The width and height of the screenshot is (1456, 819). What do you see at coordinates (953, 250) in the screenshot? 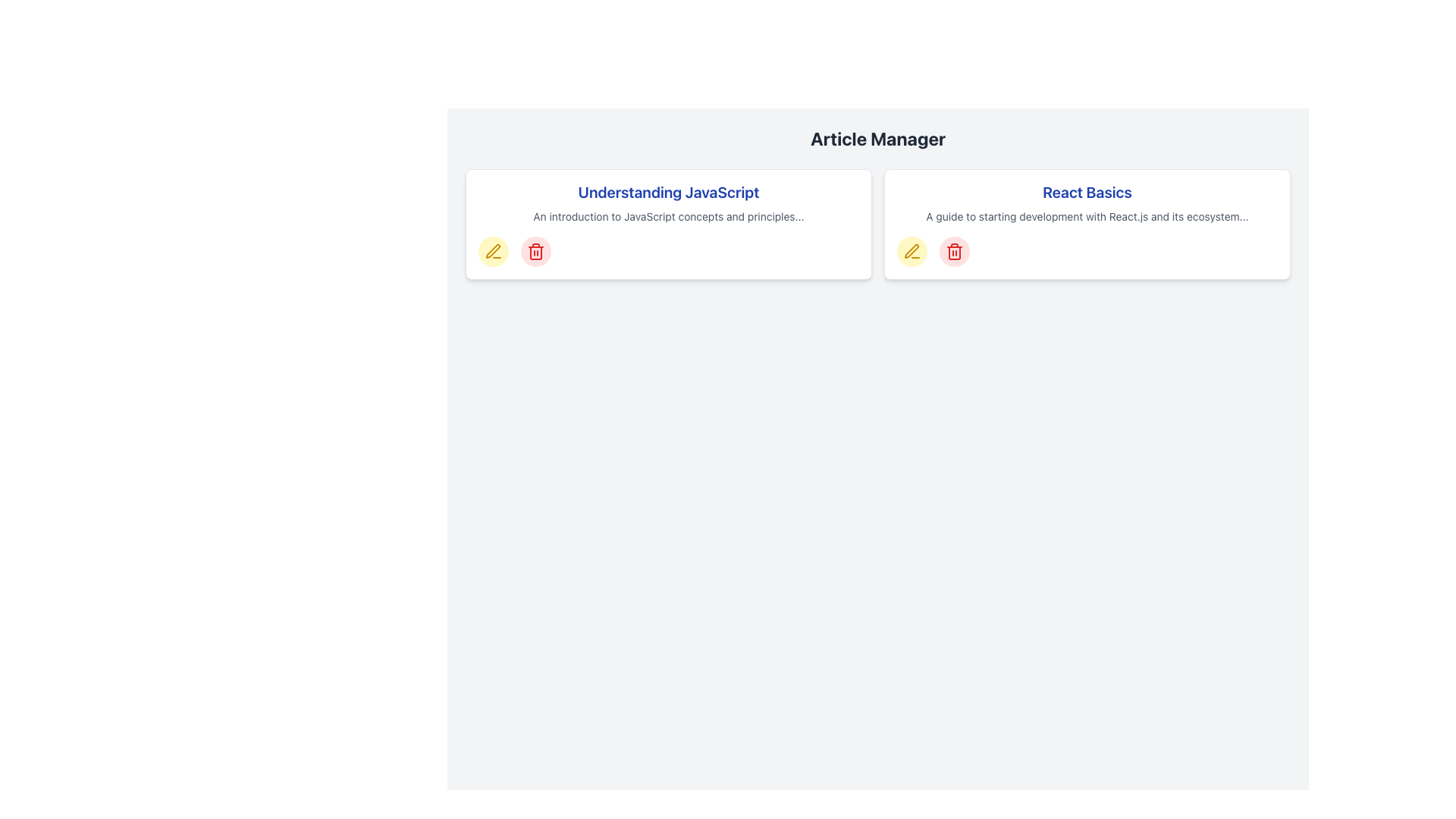
I see `the delete button located in the second article card` at bounding box center [953, 250].